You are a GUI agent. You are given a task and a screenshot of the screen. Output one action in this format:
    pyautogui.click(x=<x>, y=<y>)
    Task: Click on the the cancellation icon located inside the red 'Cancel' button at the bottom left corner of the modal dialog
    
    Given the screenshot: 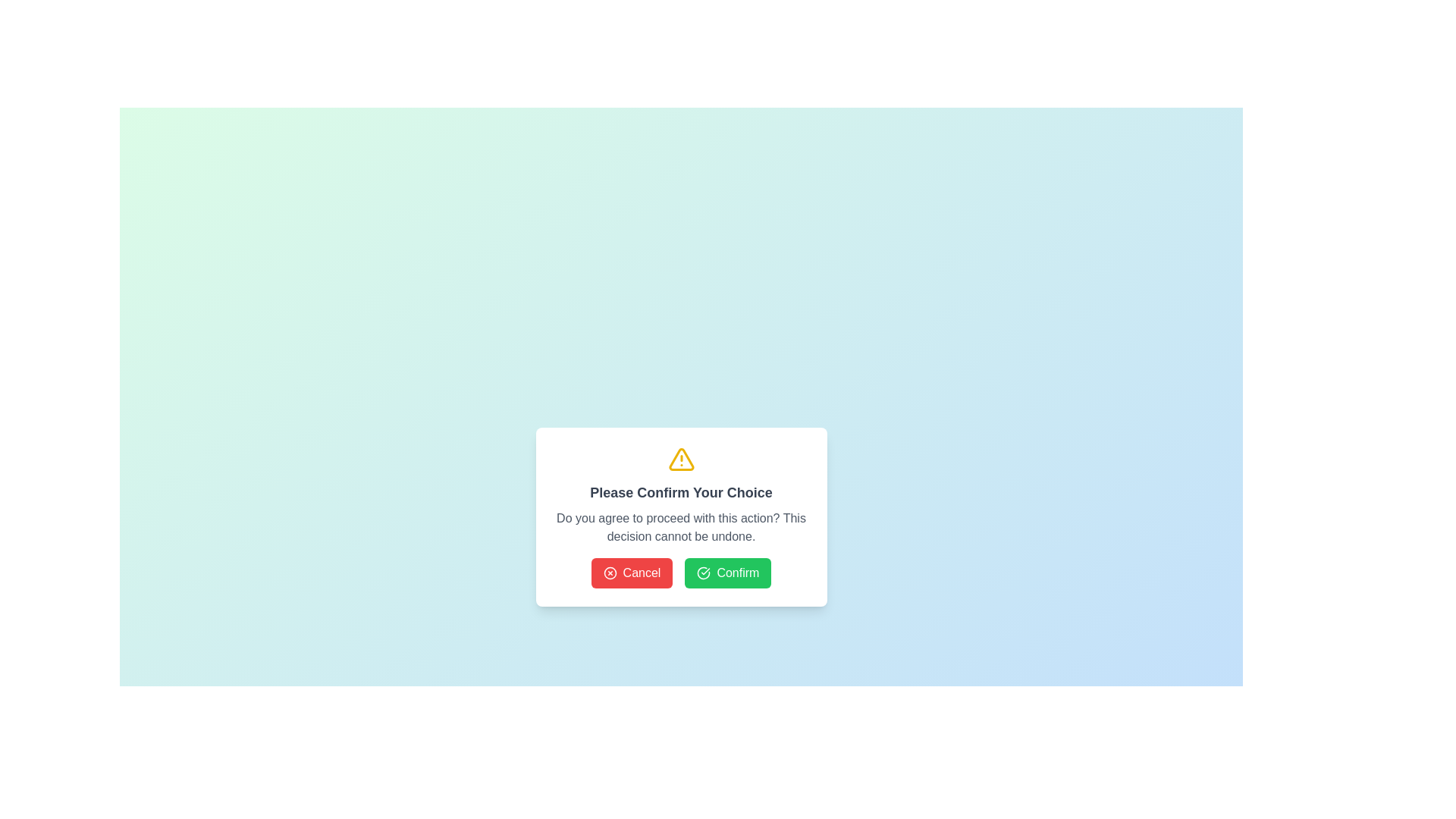 What is the action you would take?
    pyautogui.click(x=610, y=573)
    